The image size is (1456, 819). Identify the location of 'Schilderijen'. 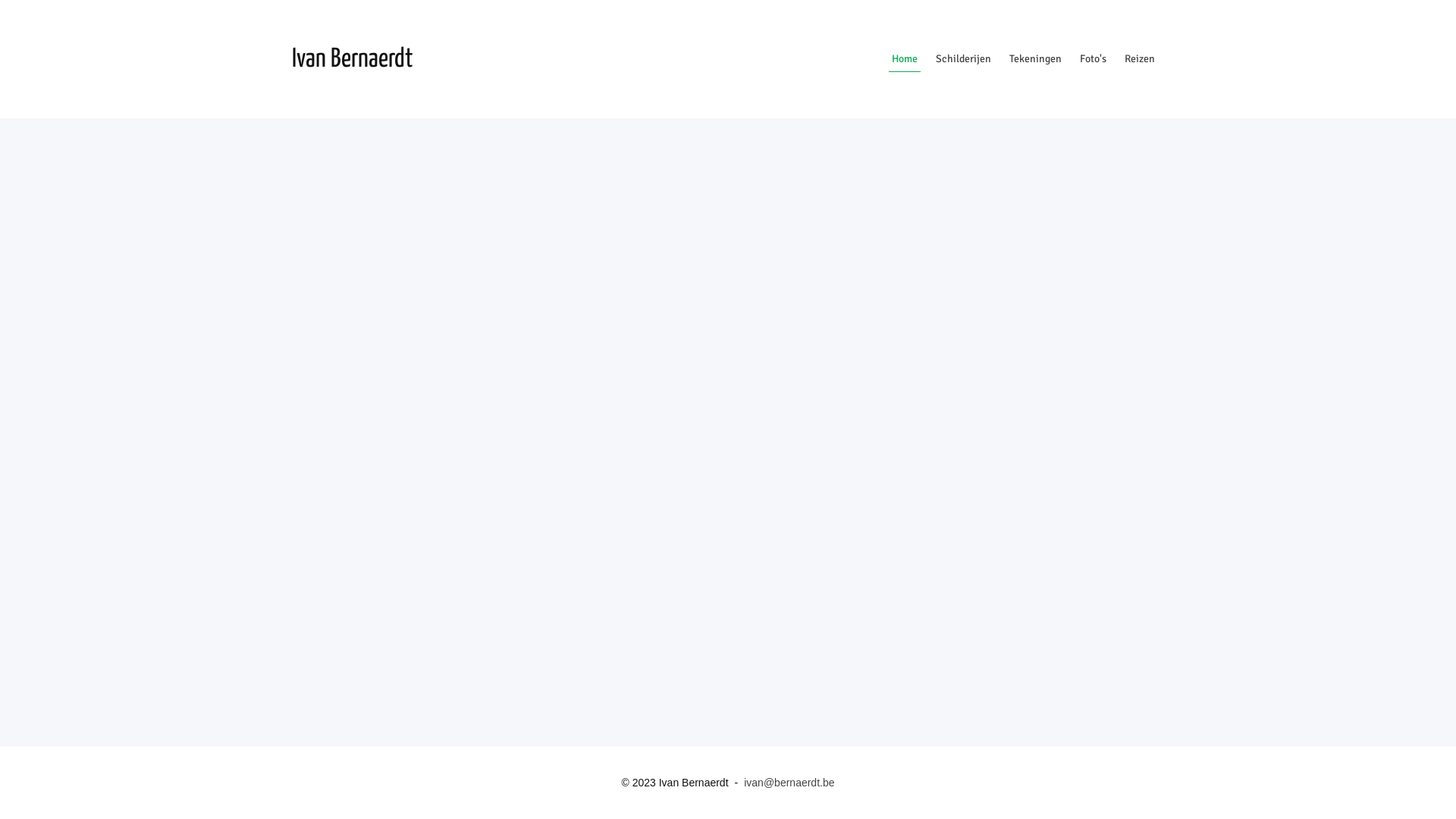
(962, 58).